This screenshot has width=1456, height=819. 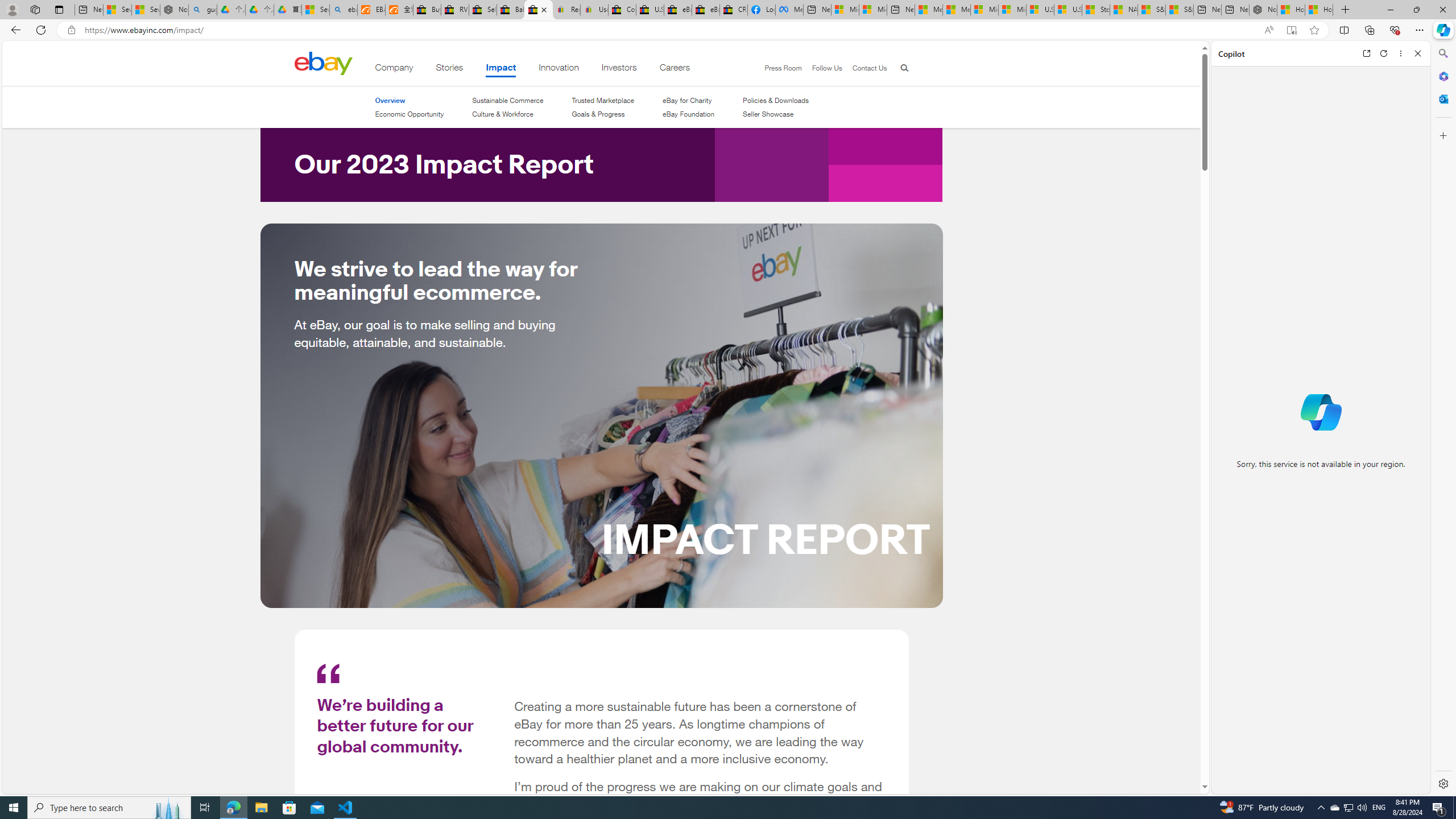 What do you see at coordinates (559, 69) in the screenshot?
I see `'Innovation'` at bounding box center [559, 69].